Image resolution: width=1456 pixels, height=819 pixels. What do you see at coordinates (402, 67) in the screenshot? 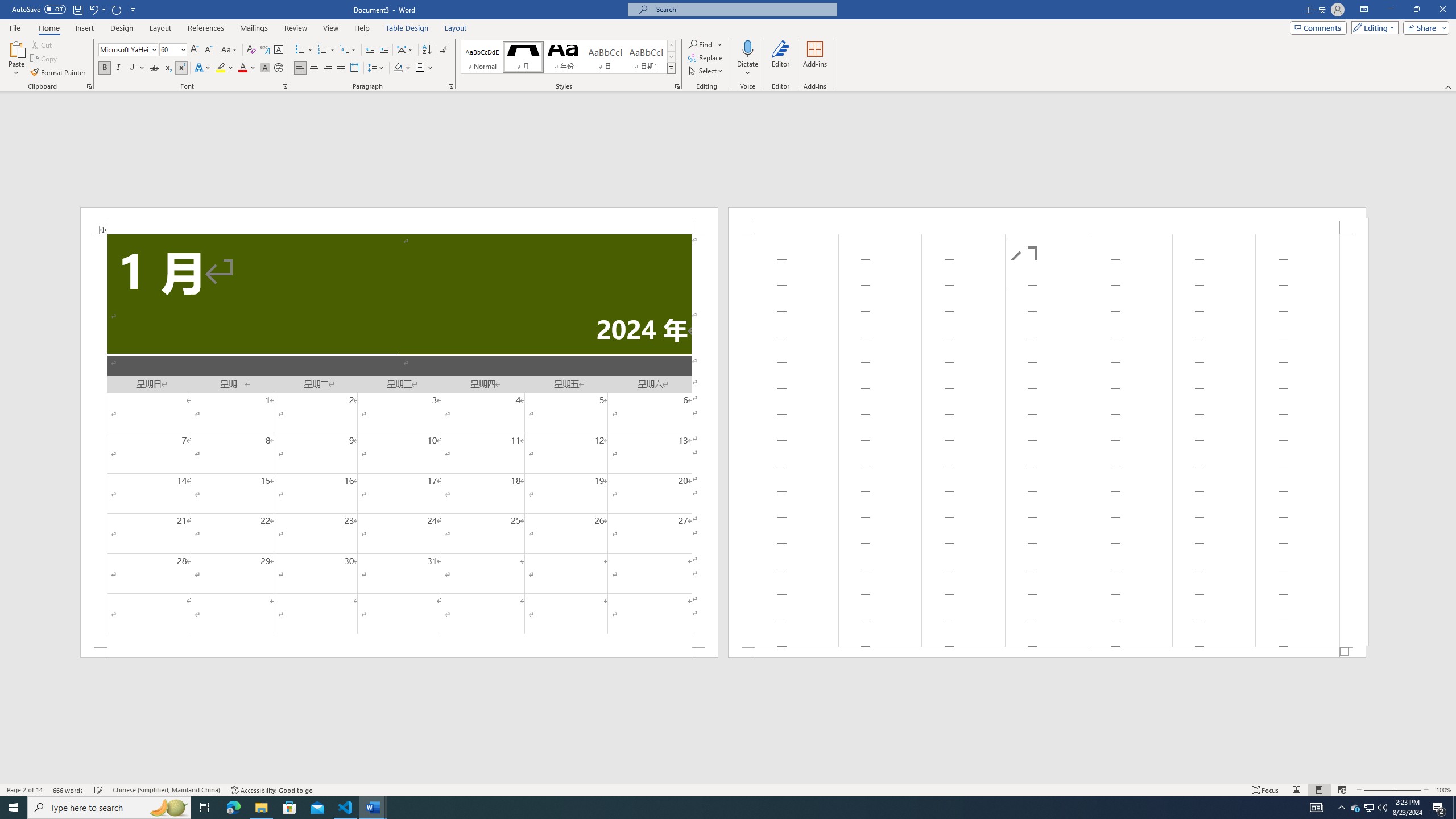
I see `'Shading'` at bounding box center [402, 67].